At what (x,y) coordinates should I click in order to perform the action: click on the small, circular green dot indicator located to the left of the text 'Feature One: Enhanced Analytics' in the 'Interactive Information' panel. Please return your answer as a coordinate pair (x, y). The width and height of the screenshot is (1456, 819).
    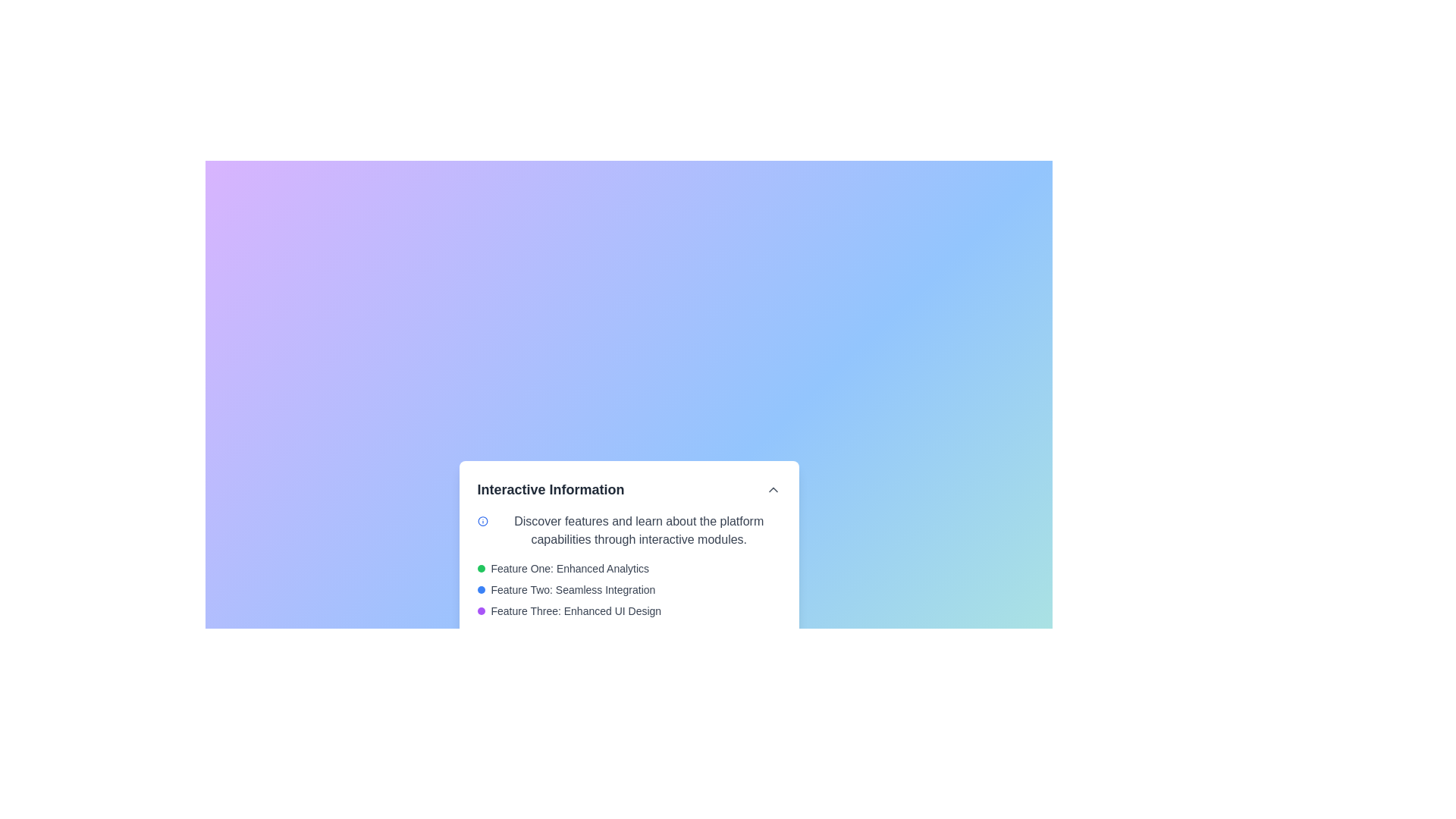
    Looking at the image, I should click on (480, 568).